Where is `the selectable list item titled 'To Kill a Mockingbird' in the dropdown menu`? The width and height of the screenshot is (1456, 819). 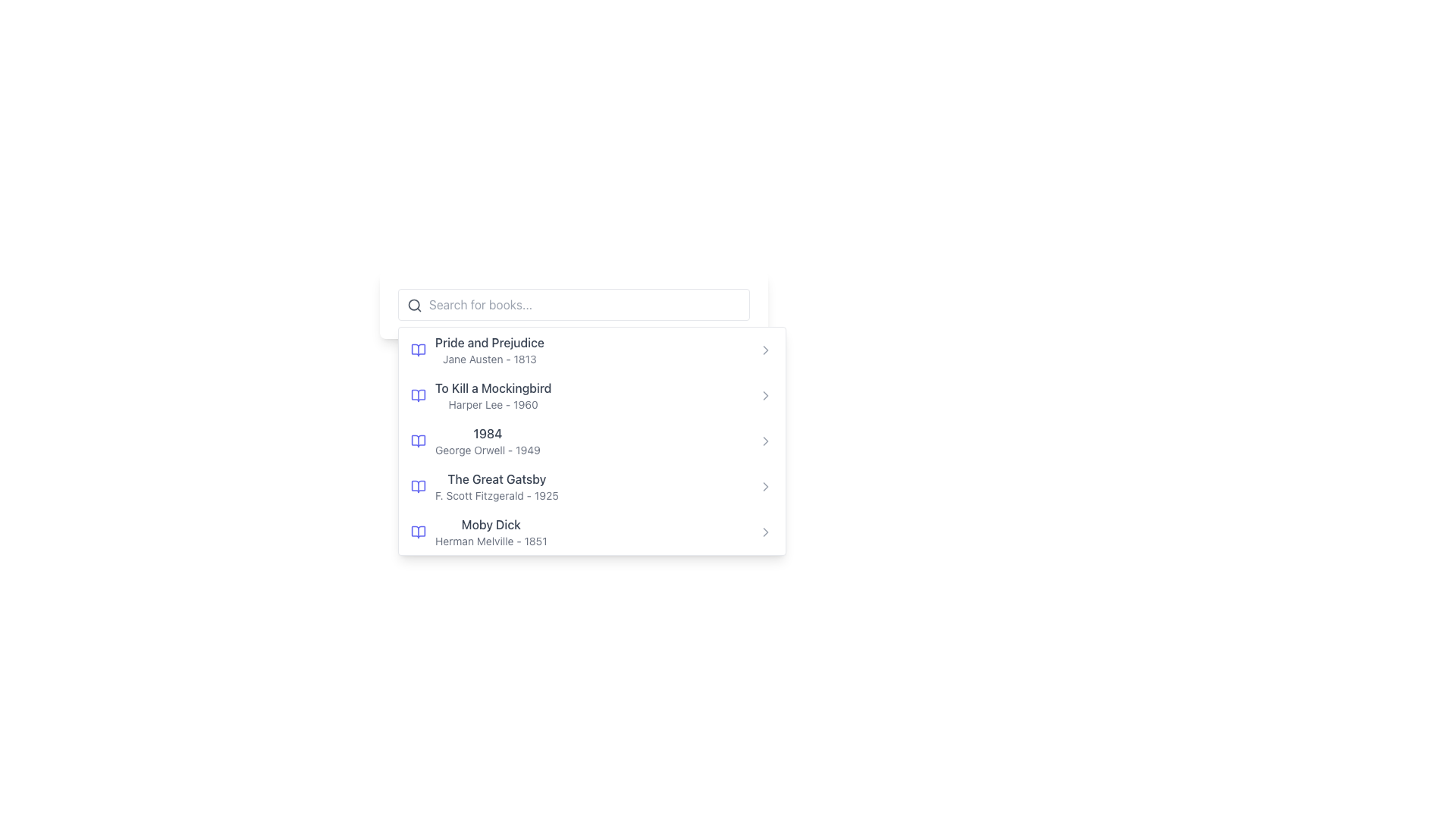 the selectable list item titled 'To Kill a Mockingbird' in the dropdown menu is located at coordinates (480, 394).